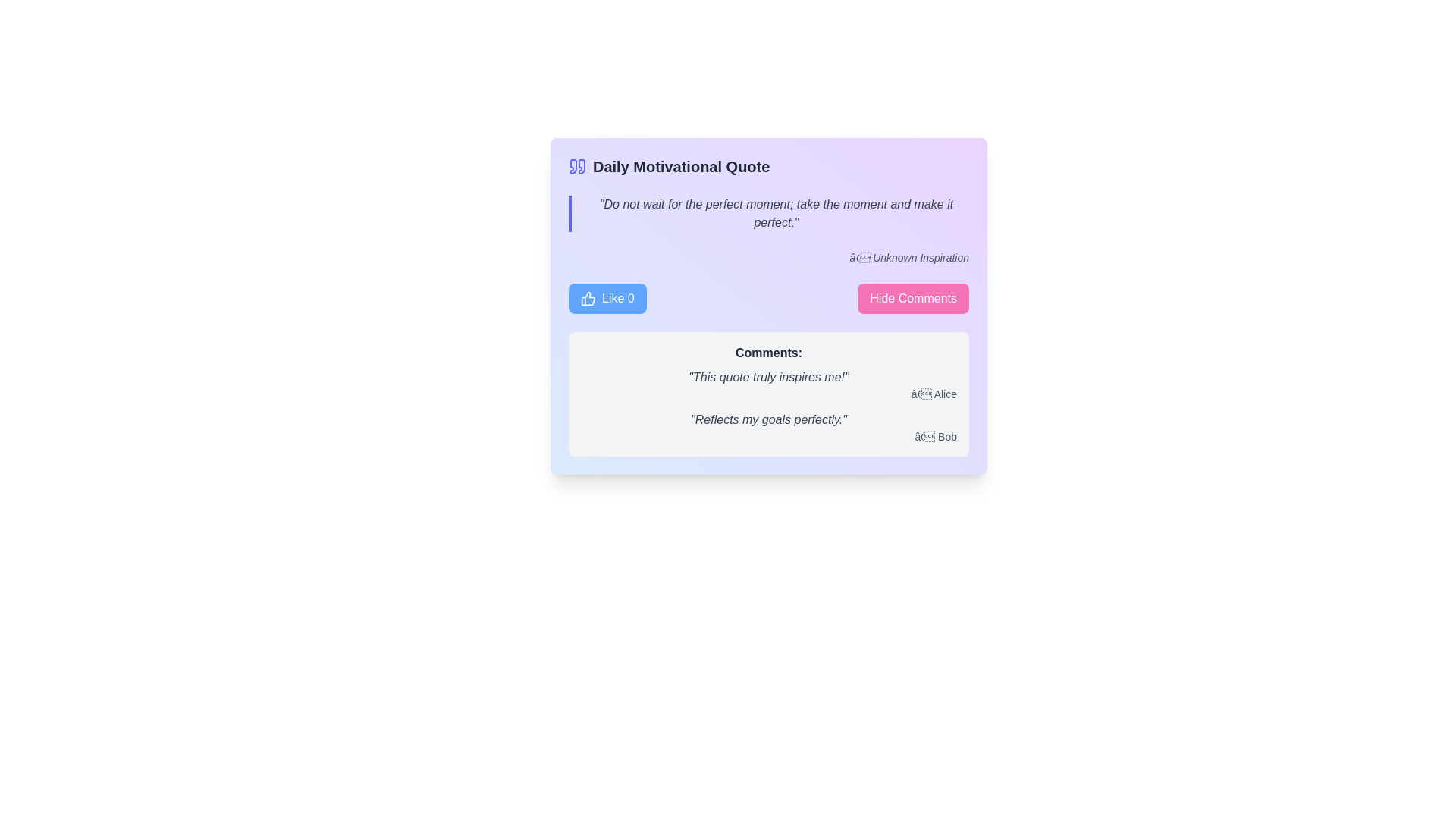 The image size is (1456, 819). What do you see at coordinates (607, 298) in the screenshot?
I see `the blue rectangular button with rounded corners that contains a thumbs-up icon and the text 'Like 0'` at bounding box center [607, 298].